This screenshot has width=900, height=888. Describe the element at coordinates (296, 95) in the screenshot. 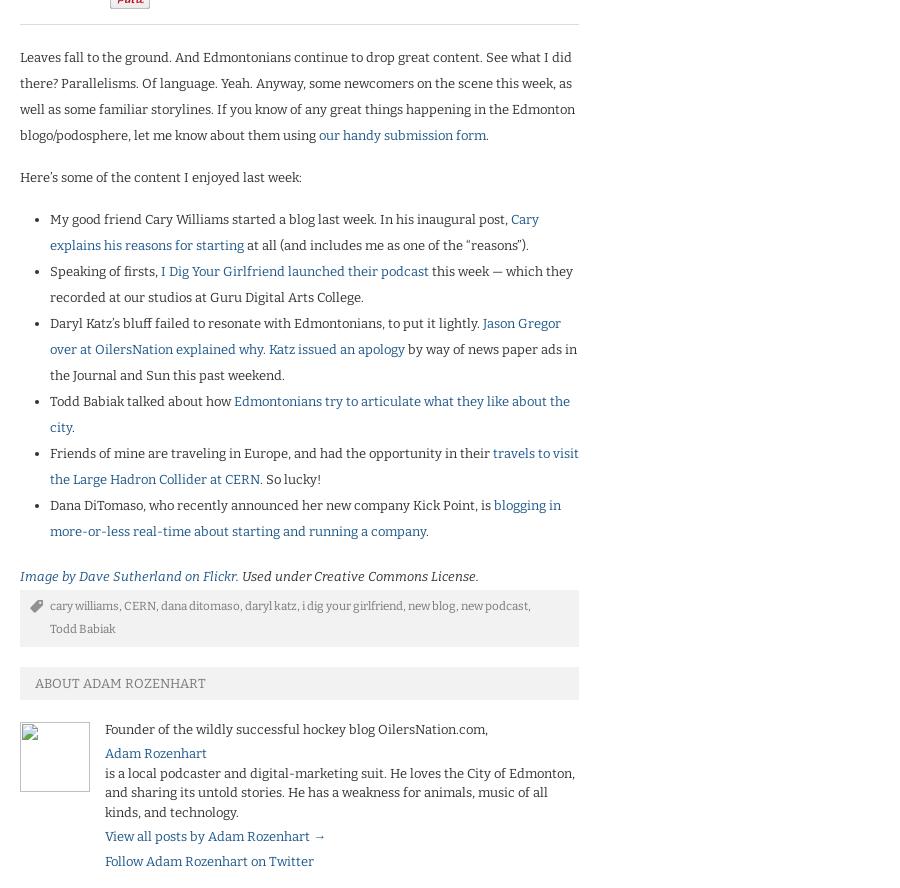

I see `'Leaves fall to the ground. And Edmontonians continue to drop great content. See what I did there? Parallelisms. Of language. Yeah. Anyway, some newcomers on the scene this week, as well as some familiar storylines. If you know of any great things happening in the Edmonton blogo/podosphere, let me know about them using'` at that location.